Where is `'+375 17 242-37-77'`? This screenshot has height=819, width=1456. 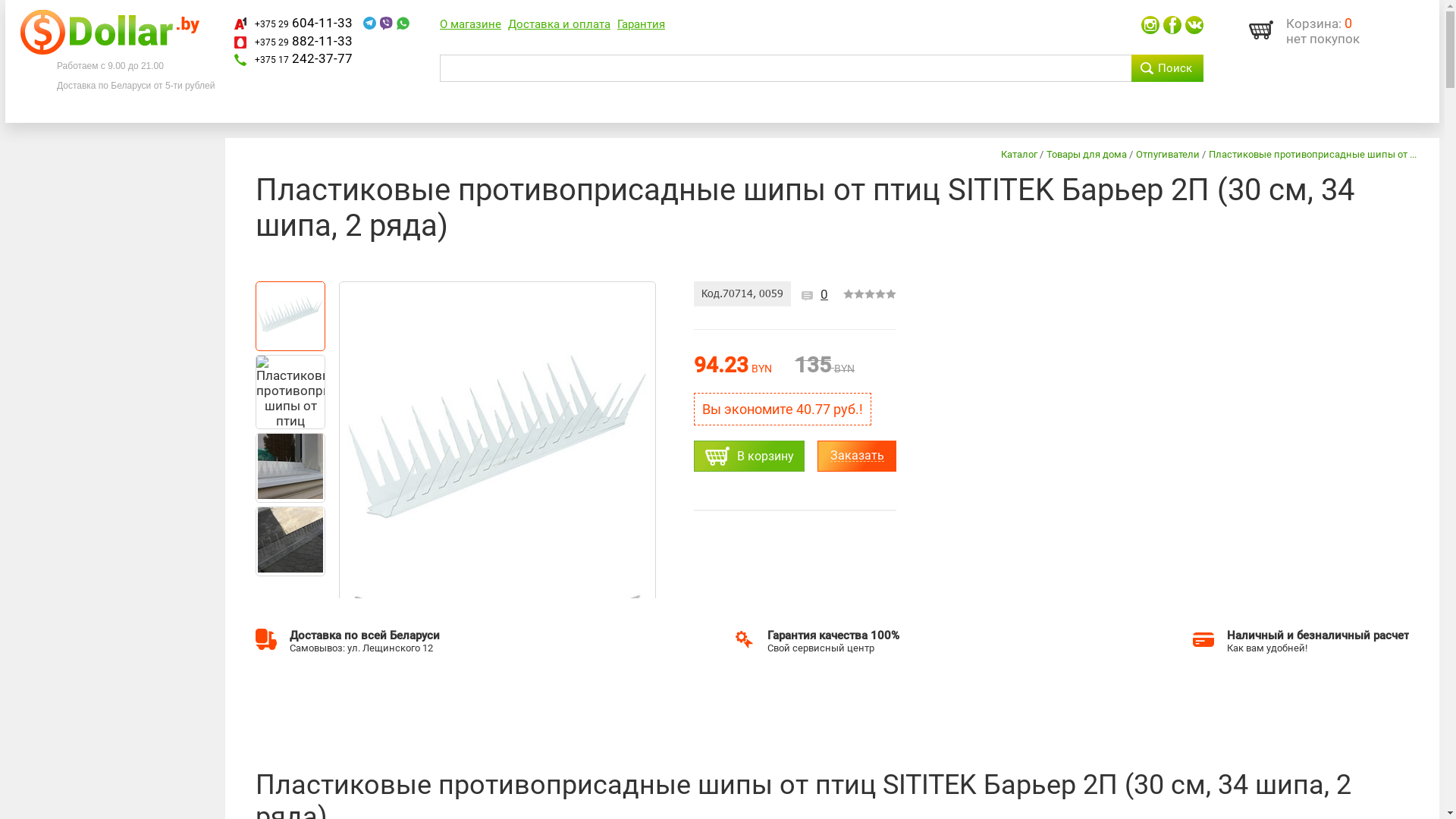
'+375 17 242-37-77' is located at coordinates (303, 58).